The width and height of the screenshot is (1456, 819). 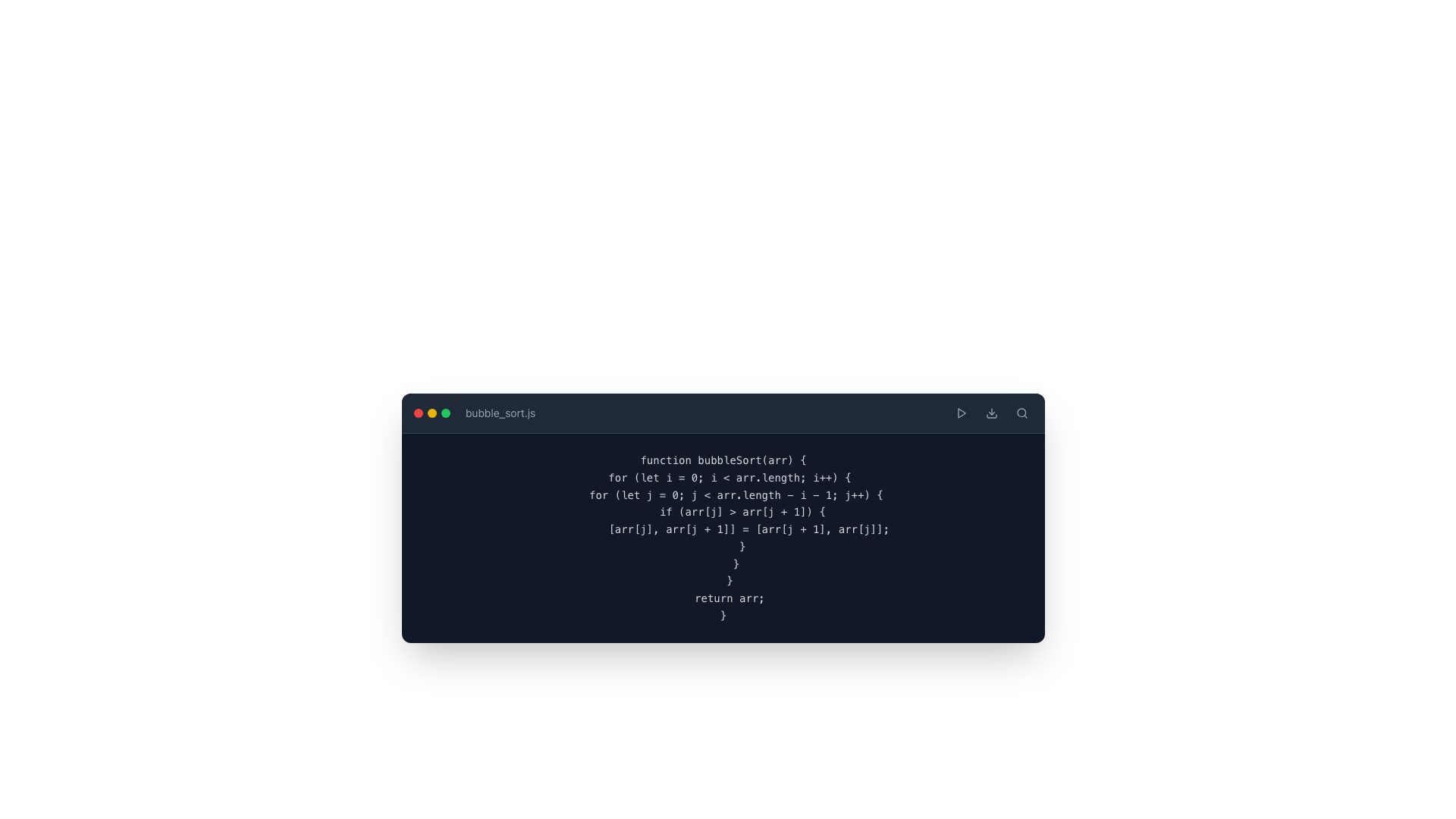 I want to click on the download button located in the top-right corner toolbar of the modal, which is the second button from the left in a cluster of three icons, to initiate a download, so click(x=992, y=413).